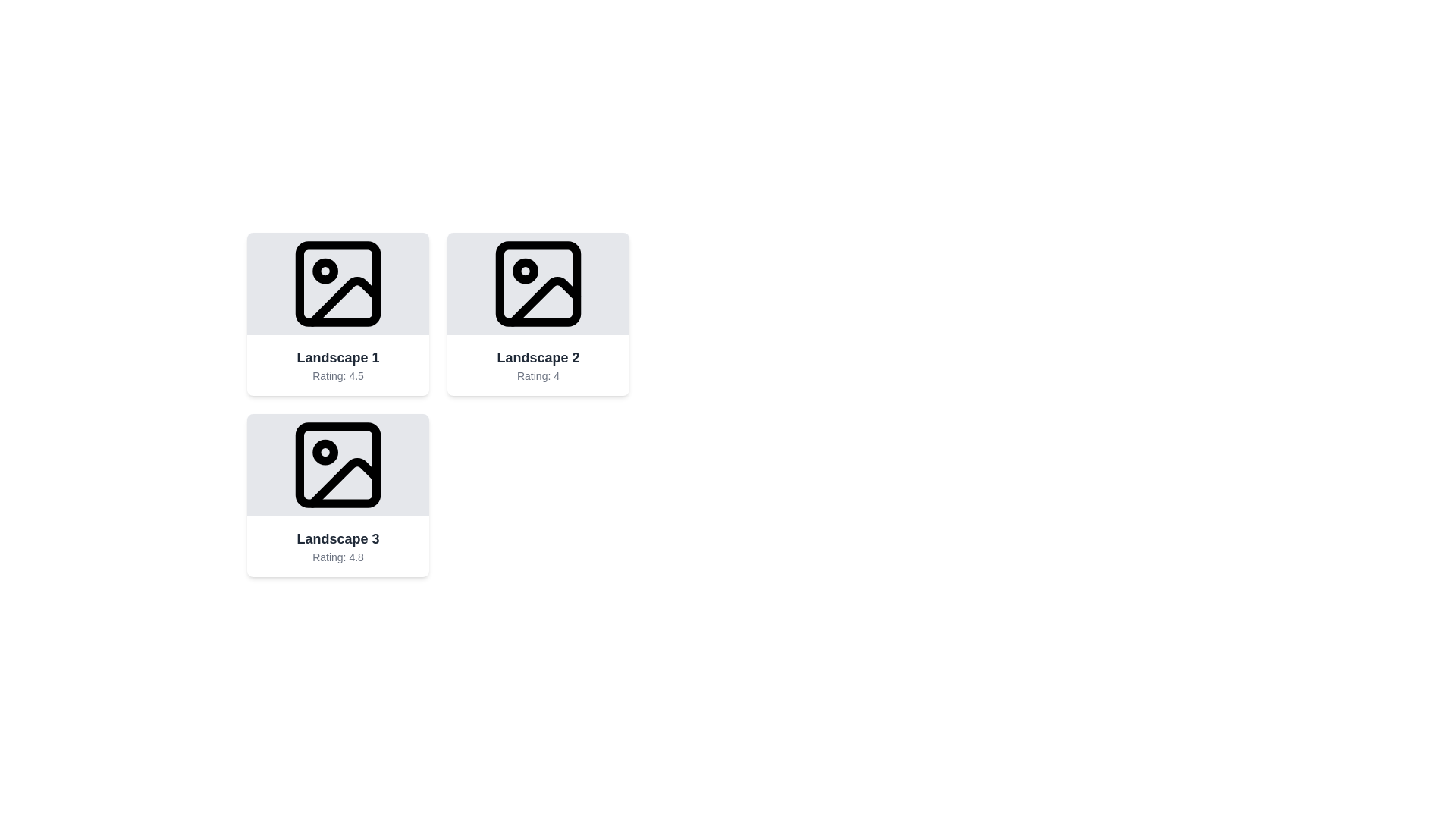 The height and width of the screenshot is (819, 1456). Describe the element at coordinates (337, 357) in the screenshot. I see `the text label displaying the name or title of the associated image or content in the first card of the grid layout to focus it` at that location.